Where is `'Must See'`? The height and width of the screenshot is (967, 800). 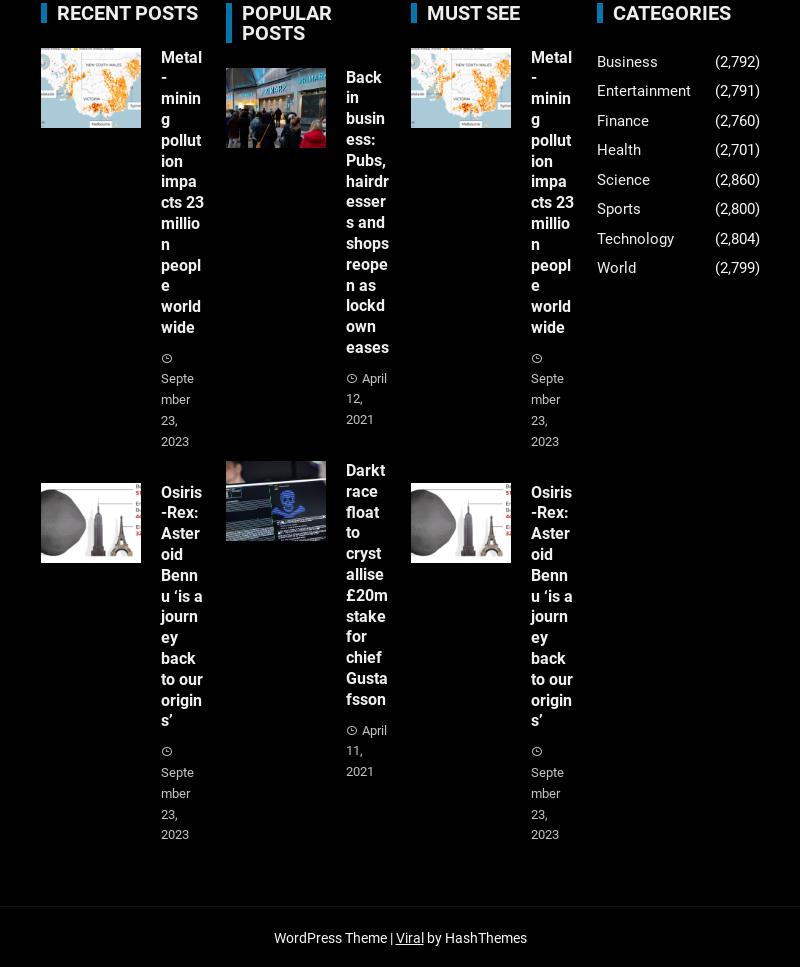
'Must See' is located at coordinates (473, 11).